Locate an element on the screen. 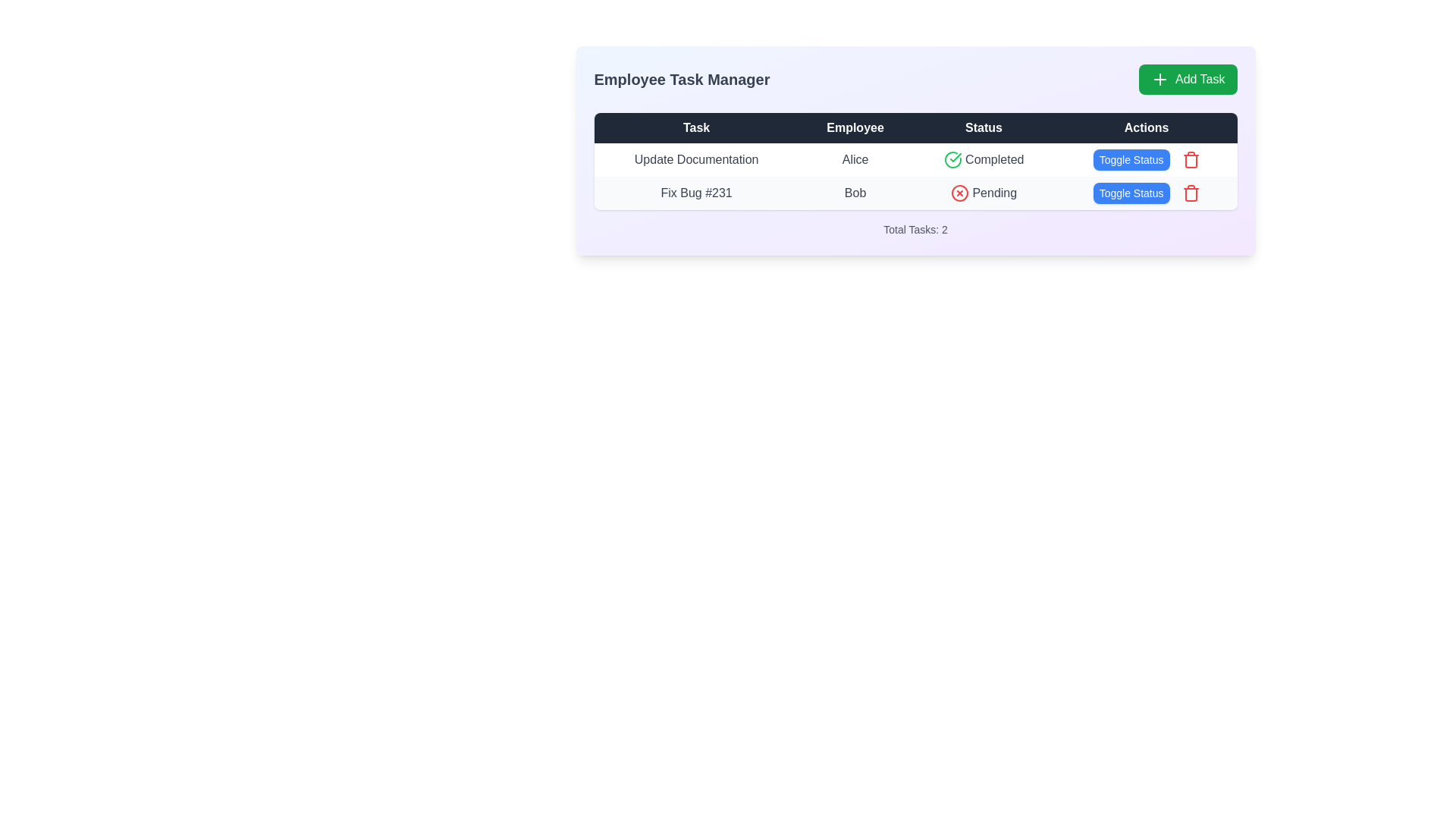 This screenshot has width=1456, height=819. the Text label containing the text 'Bob' in the 'Employee' column of the table, which is the second entry in that column, positioned below the row containing 'Alice' is located at coordinates (855, 192).